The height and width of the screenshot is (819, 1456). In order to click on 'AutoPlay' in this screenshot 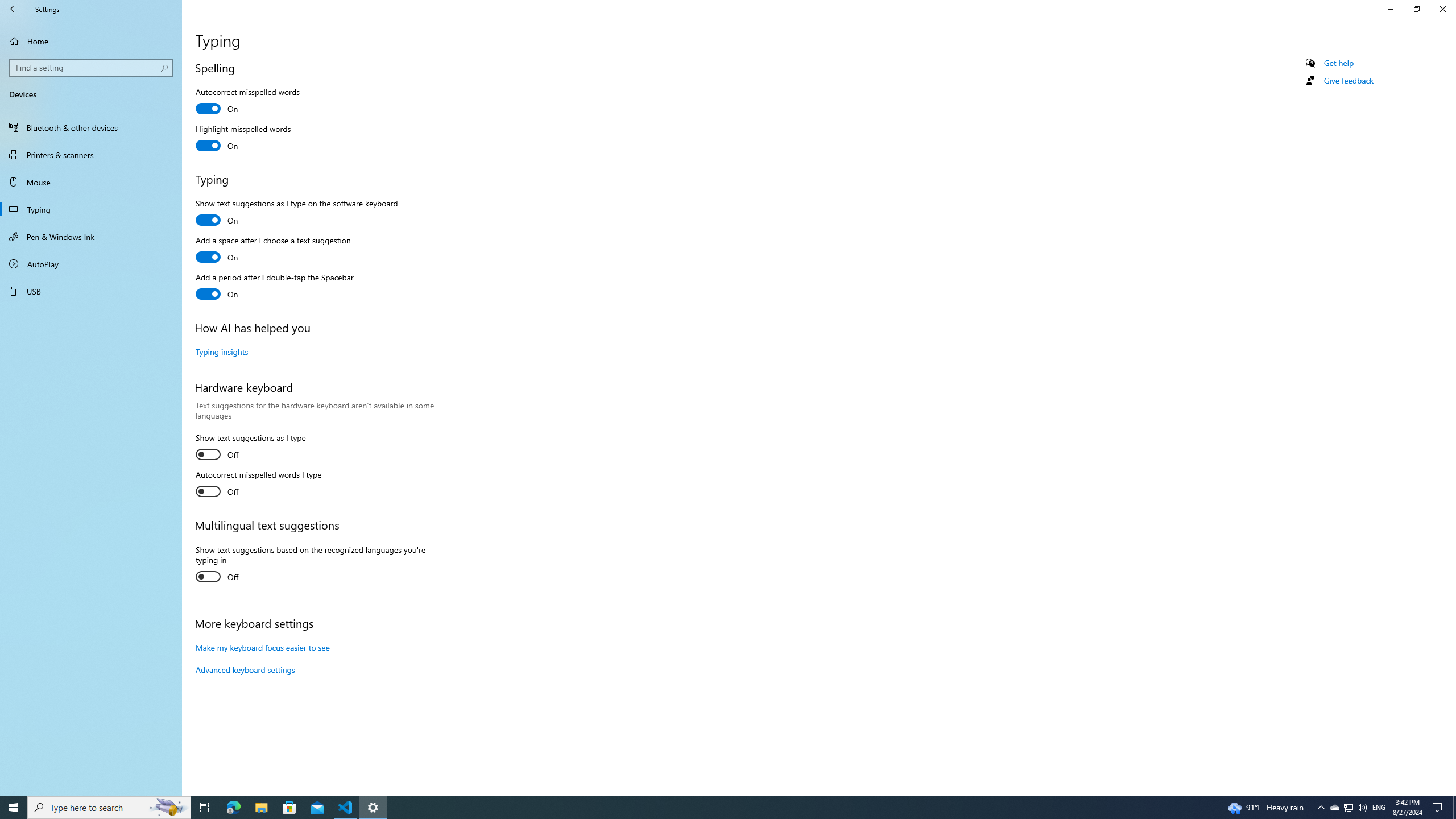, I will do `click(90, 263)`.